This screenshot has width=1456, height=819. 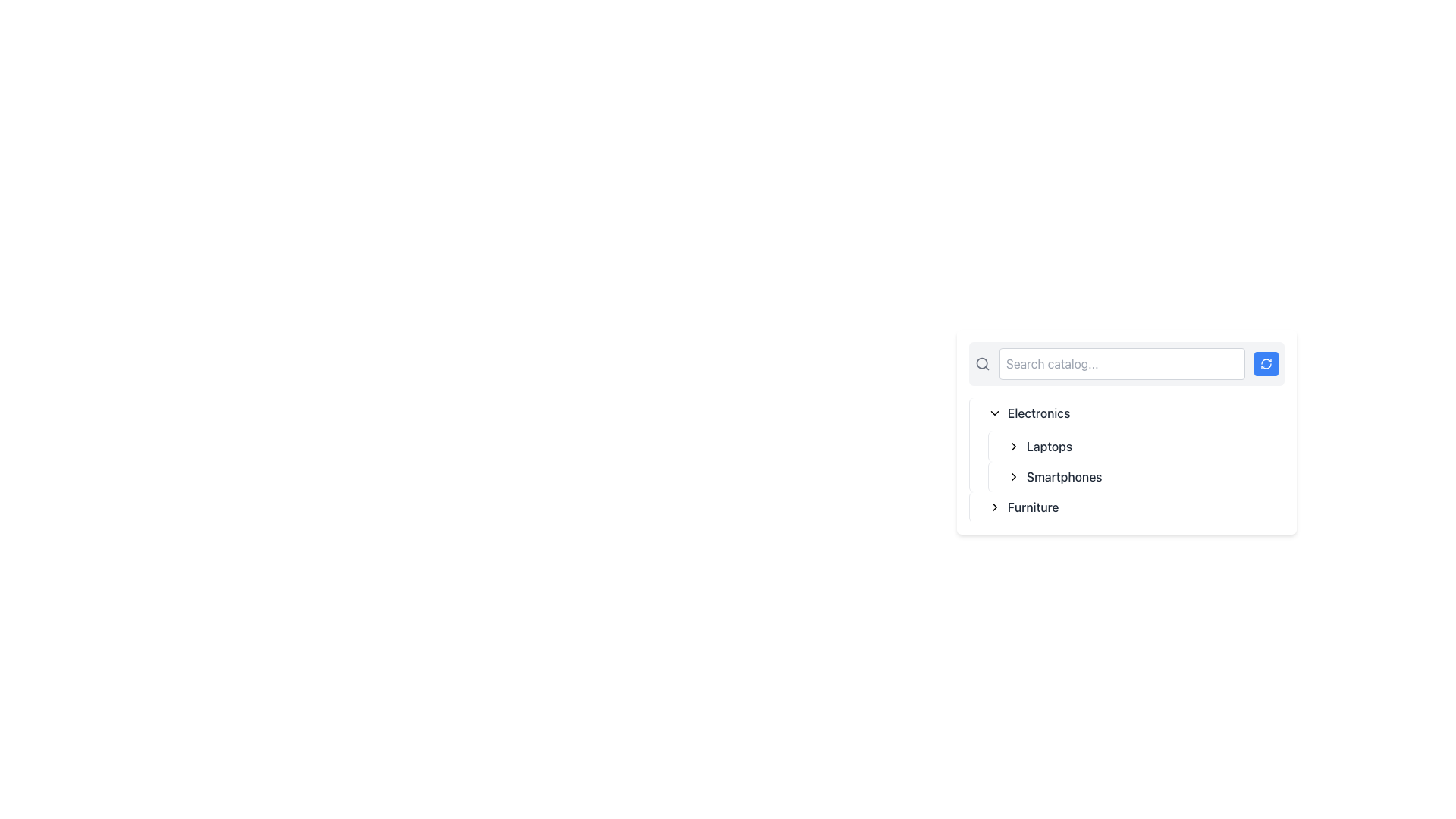 I want to click on the downward chevron icon styled with a black stroke and clear fill, located to the left of the 'Electronics' text label in the navigation menu for visual feedback, so click(x=994, y=413).